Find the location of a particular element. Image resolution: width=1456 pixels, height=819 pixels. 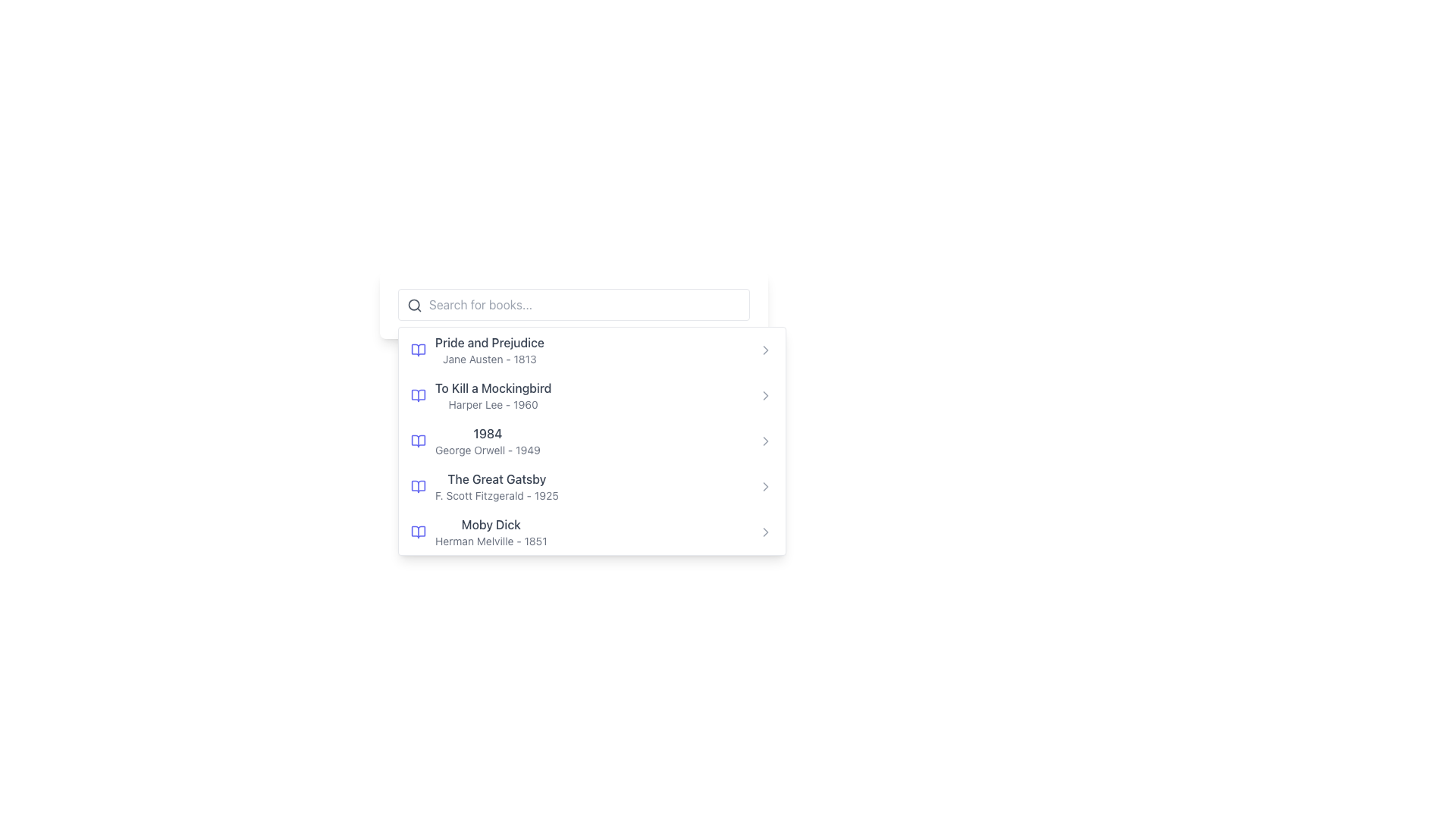

the right-pointing chevron icon in the row for 'The Great Gatsby' by F. Scott Fitzgerald, which is the fourth entry in the book list is located at coordinates (765, 486).